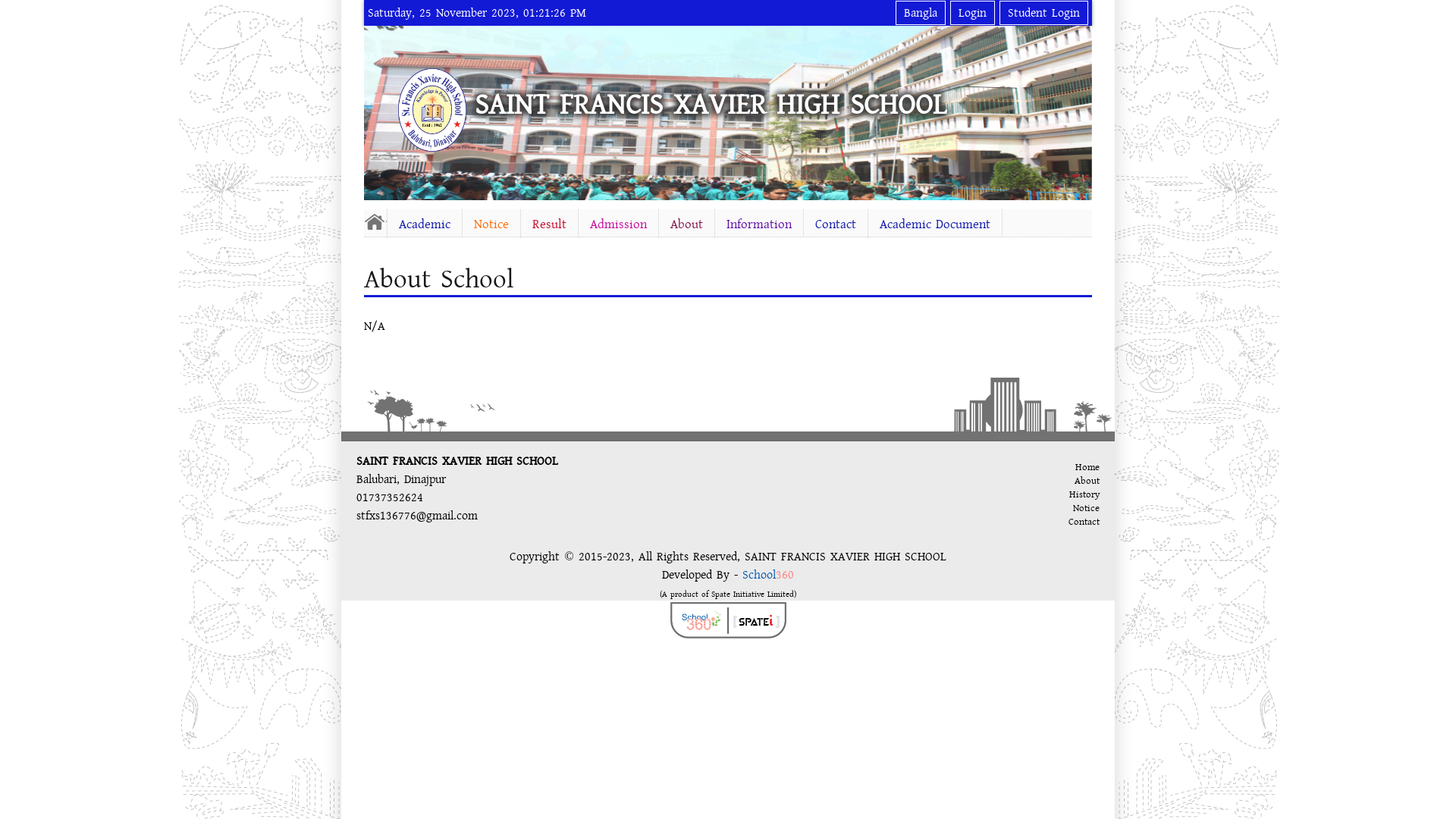 This screenshot has height=819, width=1456. I want to click on 'Bangla', so click(920, 12).